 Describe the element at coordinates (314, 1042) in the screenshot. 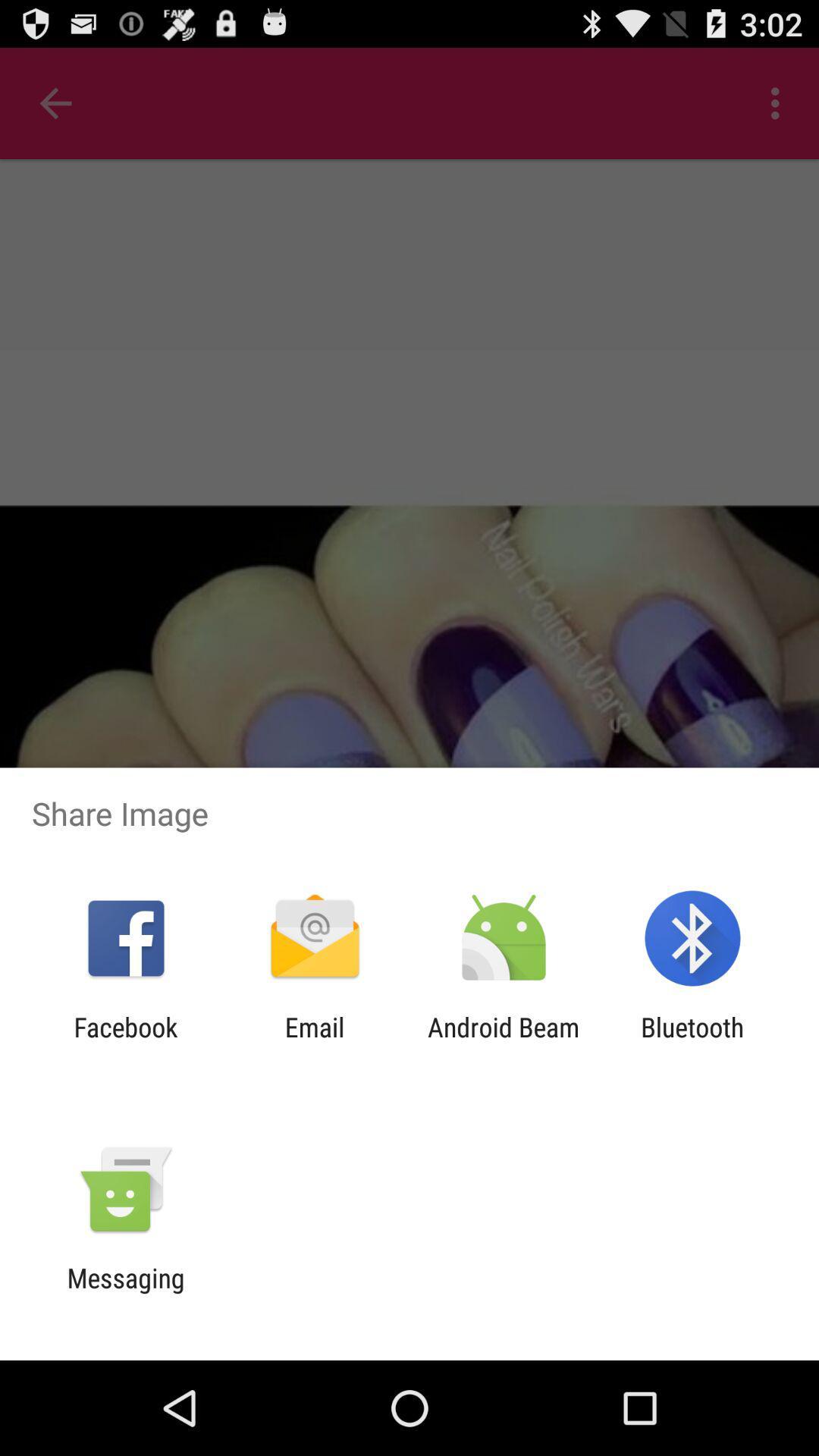

I see `the icon next to the android beam app` at that location.